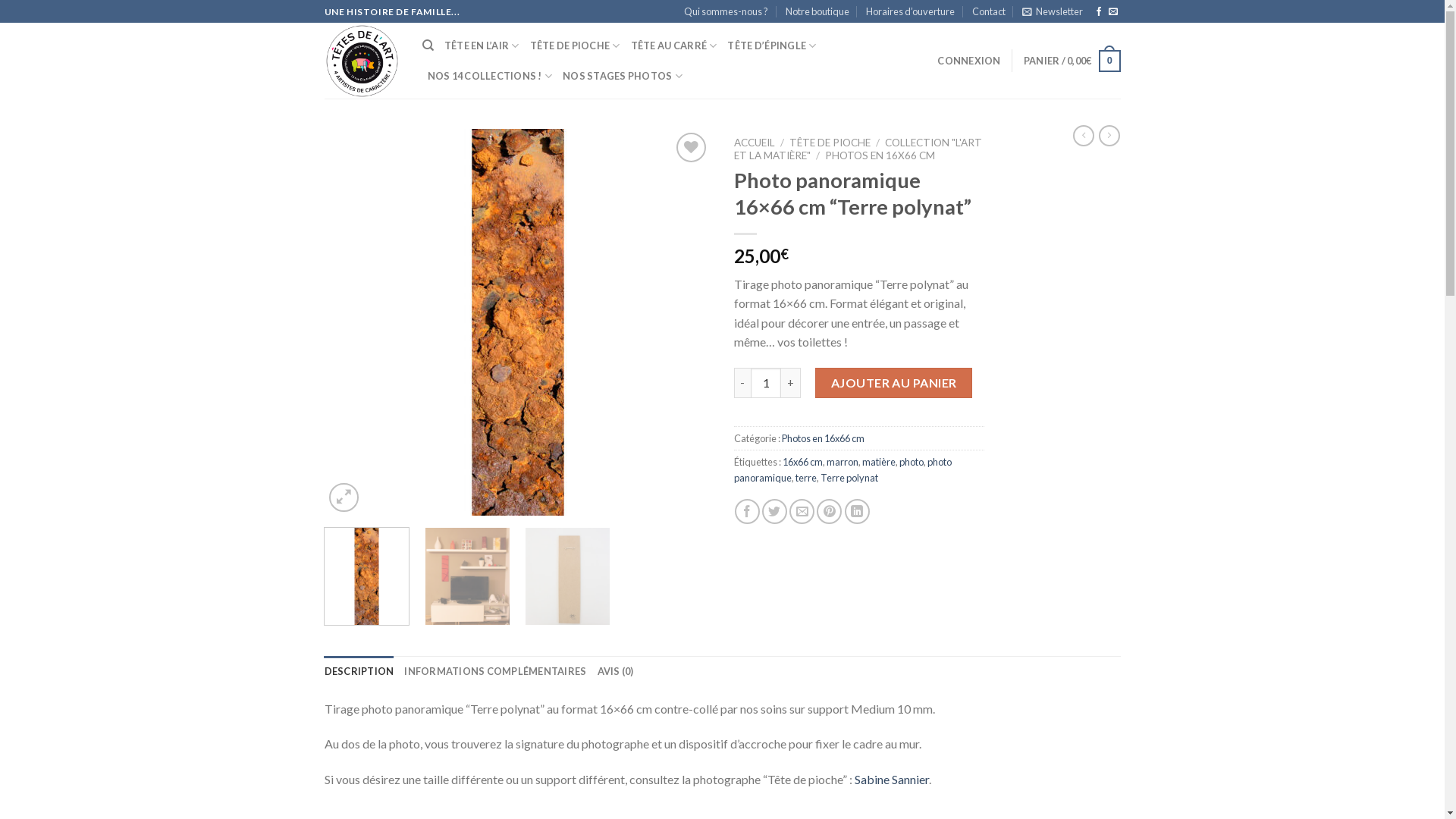 The height and width of the screenshot is (819, 1456). What do you see at coordinates (562, 76) in the screenshot?
I see `'NOS STAGES PHOTOS'` at bounding box center [562, 76].